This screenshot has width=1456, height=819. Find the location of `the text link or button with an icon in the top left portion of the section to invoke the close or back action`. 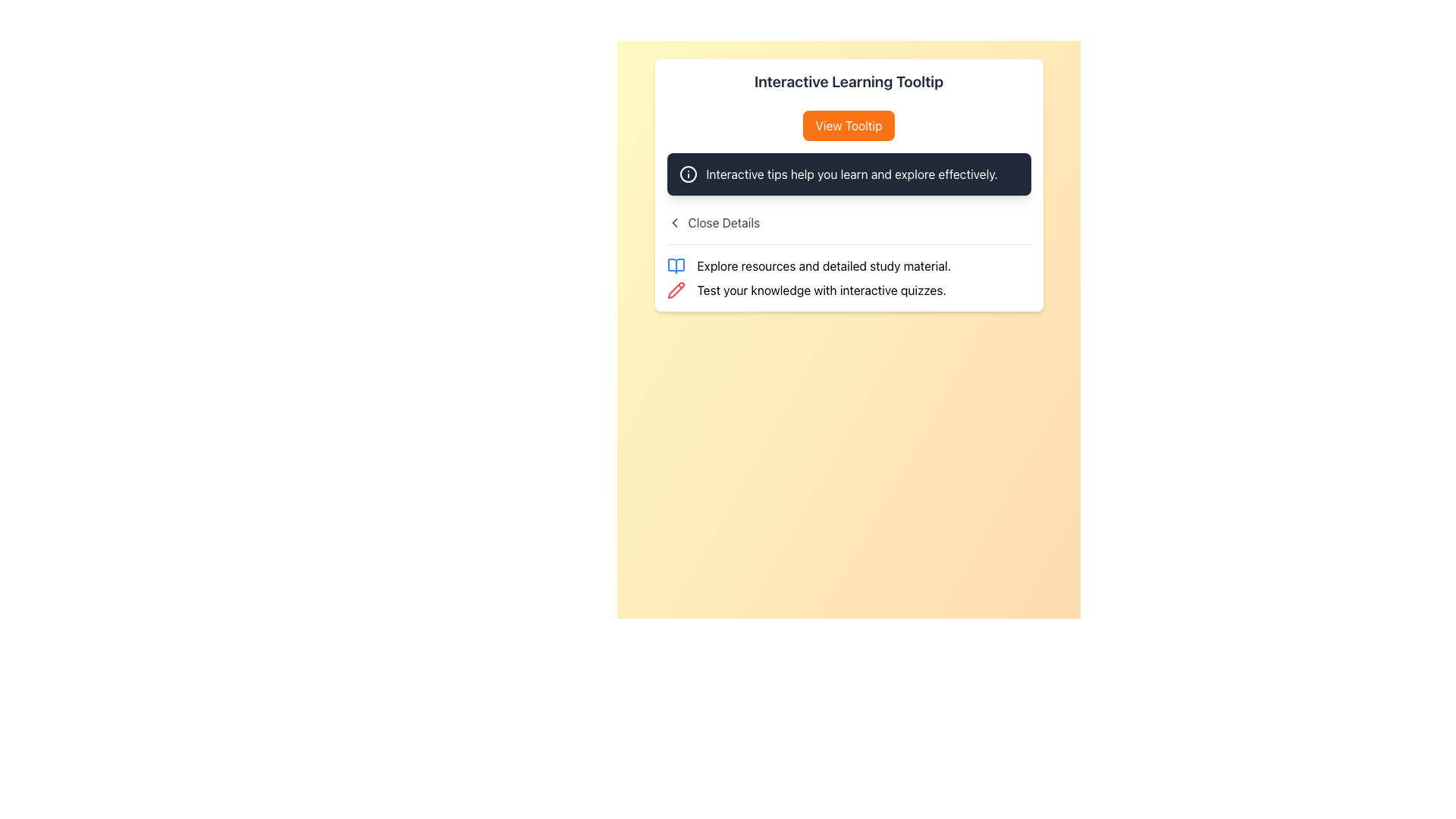

the text link or button with an icon in the top left portion of the section to invoke the close or back action is located at coordinates (712, 222).